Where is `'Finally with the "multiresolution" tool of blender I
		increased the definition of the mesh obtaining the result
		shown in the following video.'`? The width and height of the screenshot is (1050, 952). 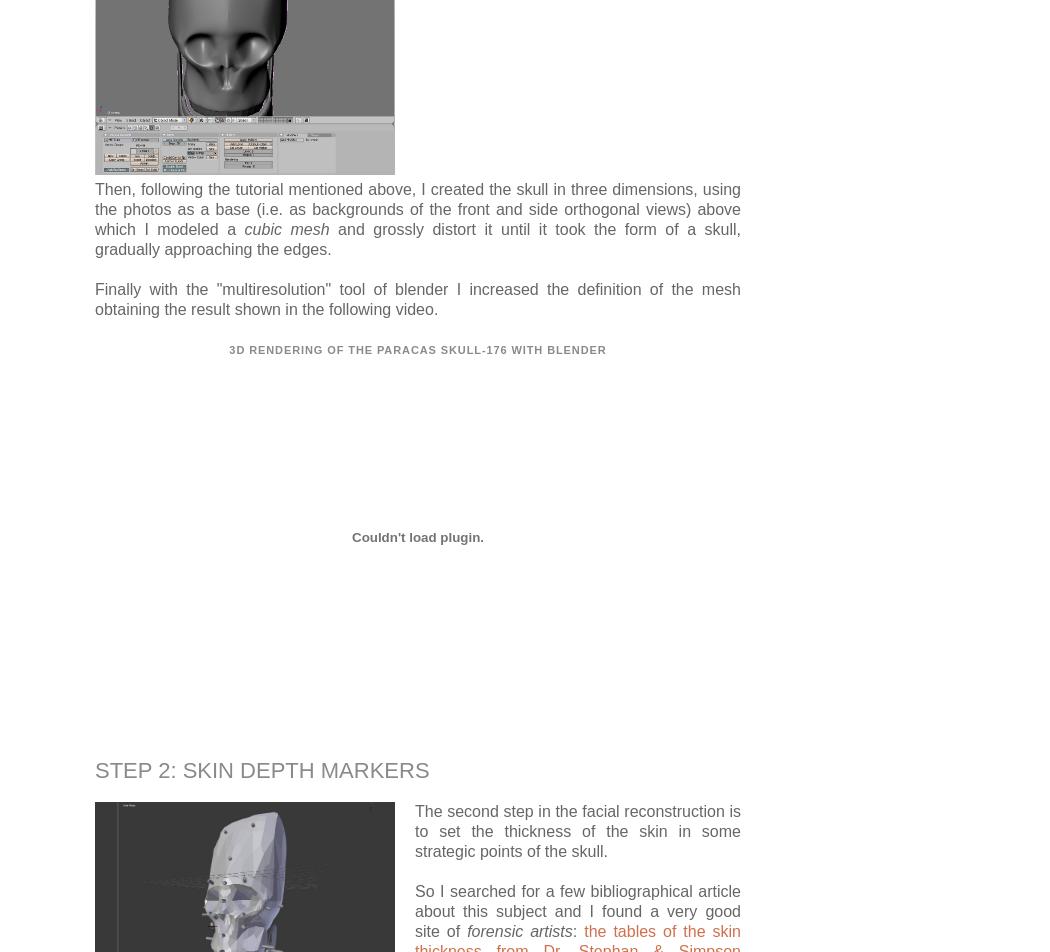
'Finally with the "multiresolution" tool of blender I
		increased the definition of the mesh obtaining the result
		shown in the following video.' is located at coordinates (95, 298).